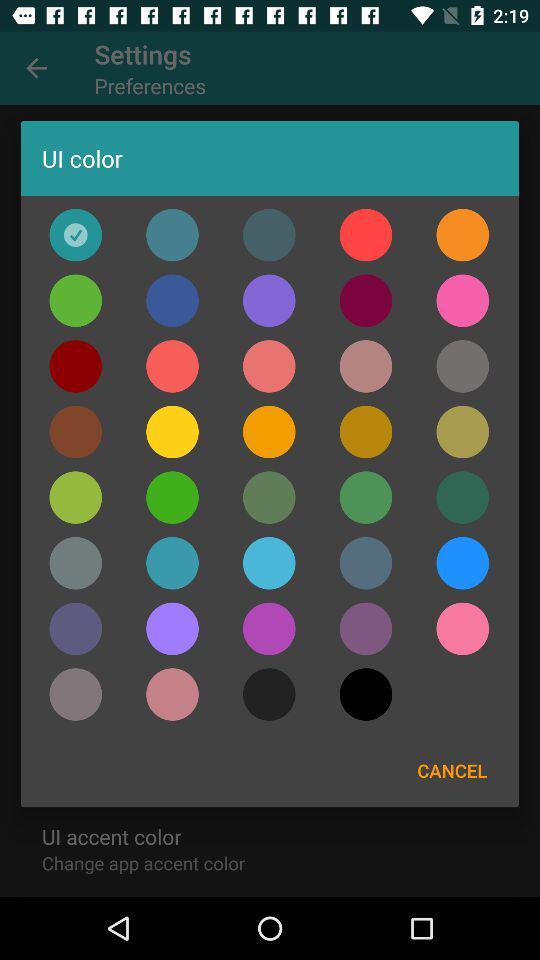  What do you see at coordinates (74, 496) in the screenshot?
I see `change ui color` at bounding box center [74, 496].